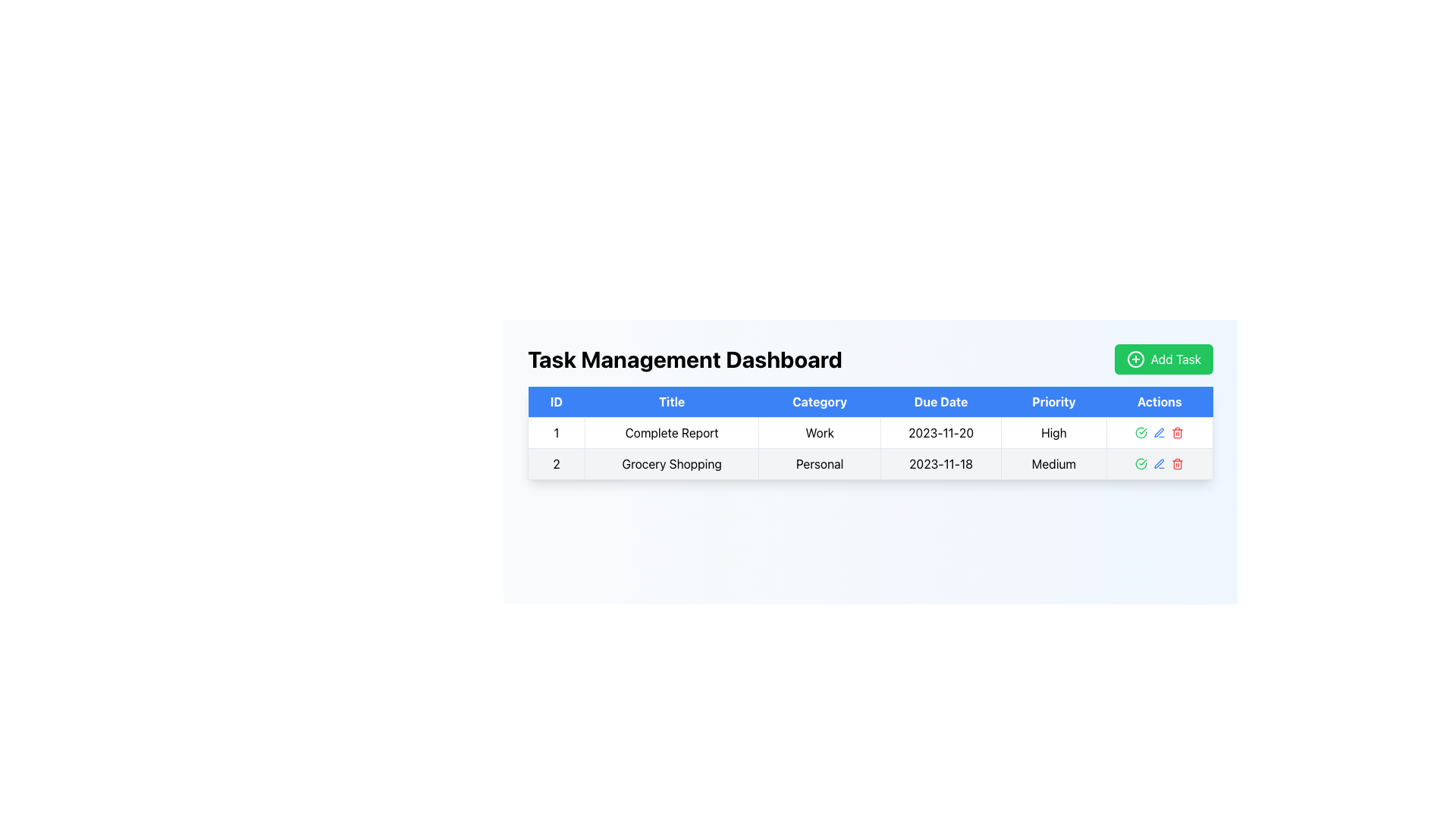 The image size is (1456, 819). Describe the element at coordinates (870, 463) in the screenshot. I see `the table row containing the title 'Grocery Shopping', located` at that location.